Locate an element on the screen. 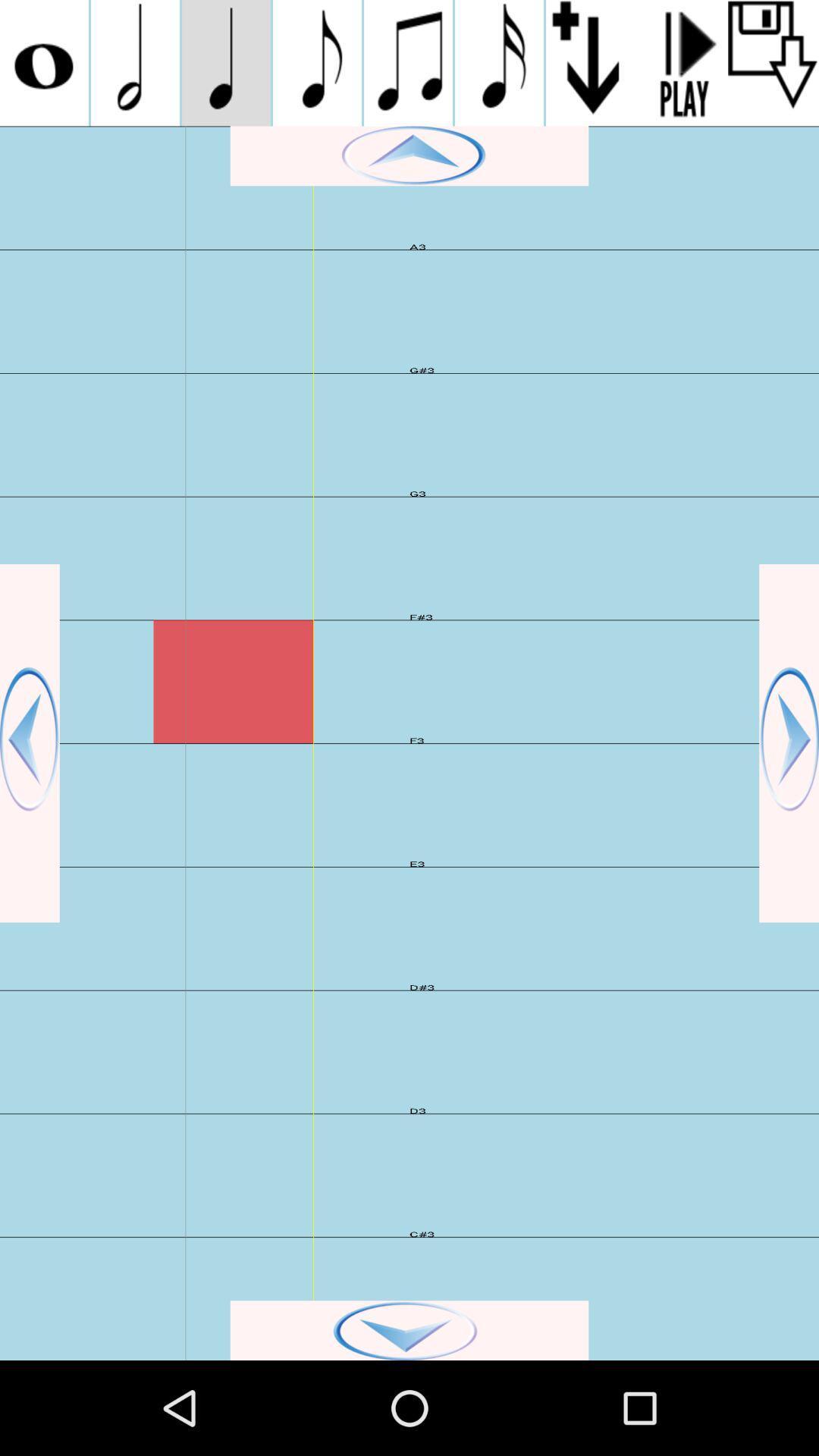  row is located at coordinates (590, 62).